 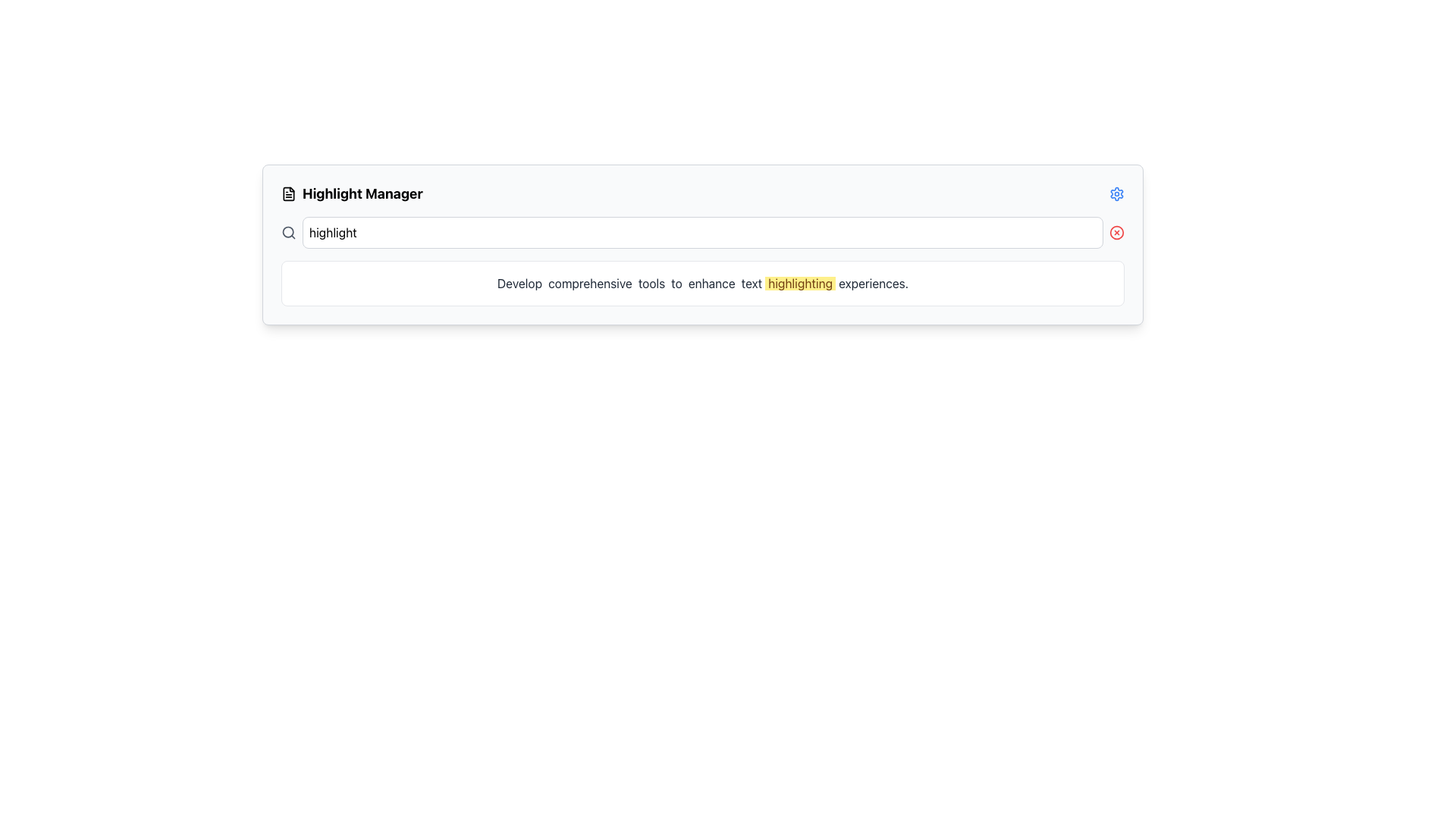 What do you see at coordinates (752, 284) in the screenshot?
I see `the text label 'text' which is the sixth word in the sentence 'Develop comprehensive tools to enhance text highlighting experiences.'` at bounding box center [752, 284].